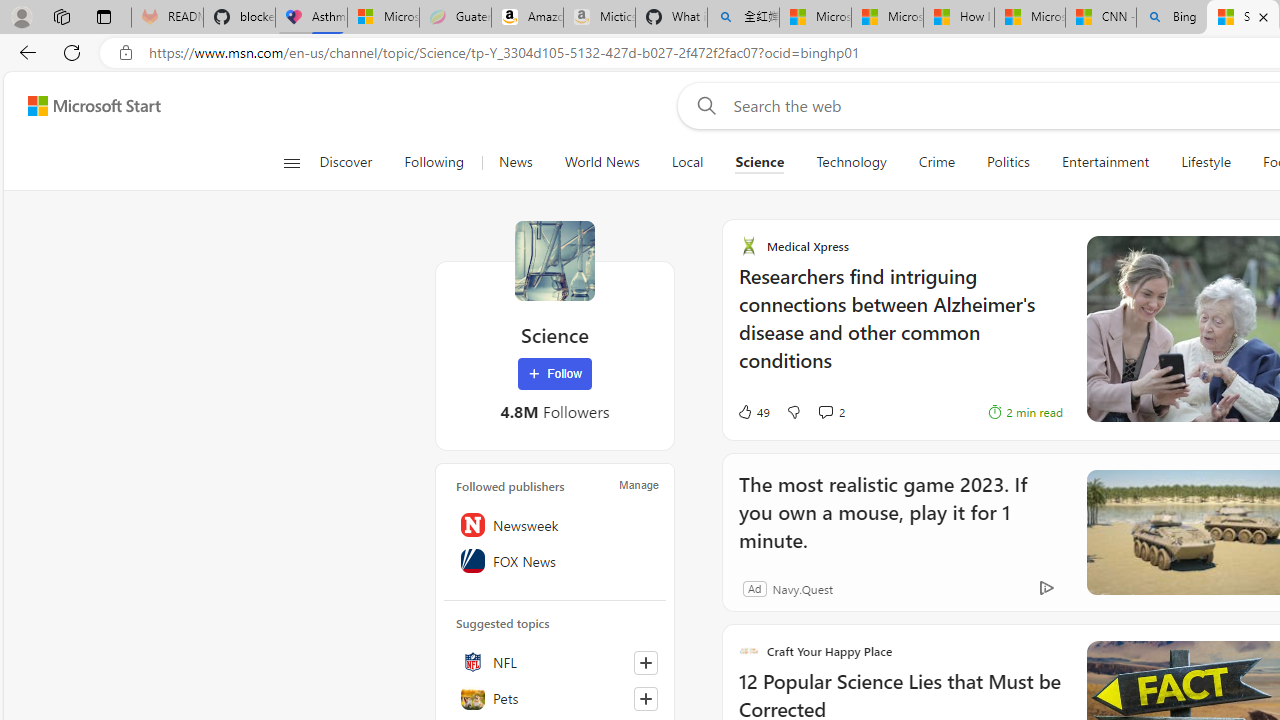 The width and height of the screenshot is (1280, 720). What do you see at coordinates (851, 162) in the screenshot?
I see `'Technology'` at bounding box center [851, 162].